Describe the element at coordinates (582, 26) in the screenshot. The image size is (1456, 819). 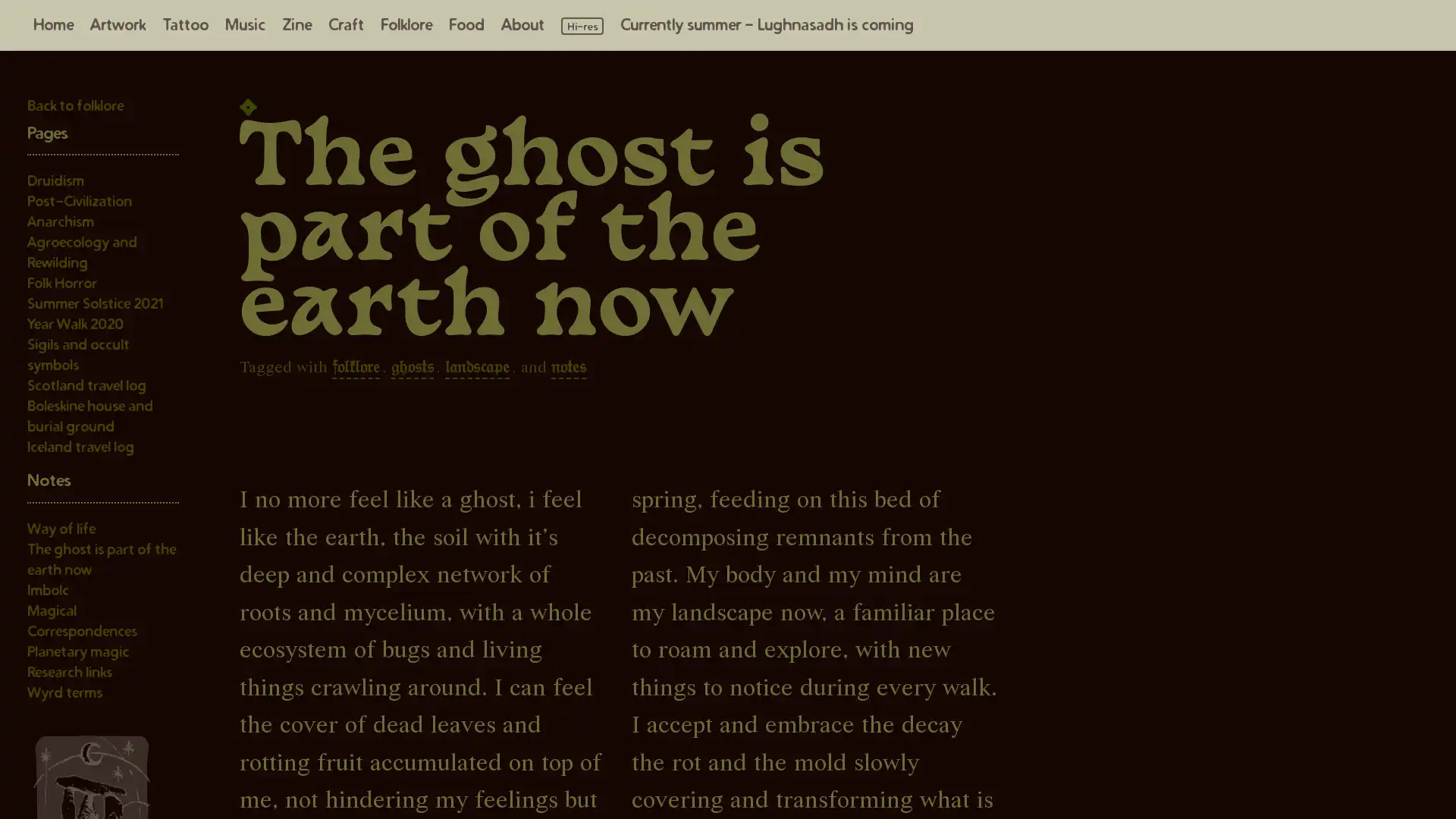
I see `Load high resolution images` at that location.